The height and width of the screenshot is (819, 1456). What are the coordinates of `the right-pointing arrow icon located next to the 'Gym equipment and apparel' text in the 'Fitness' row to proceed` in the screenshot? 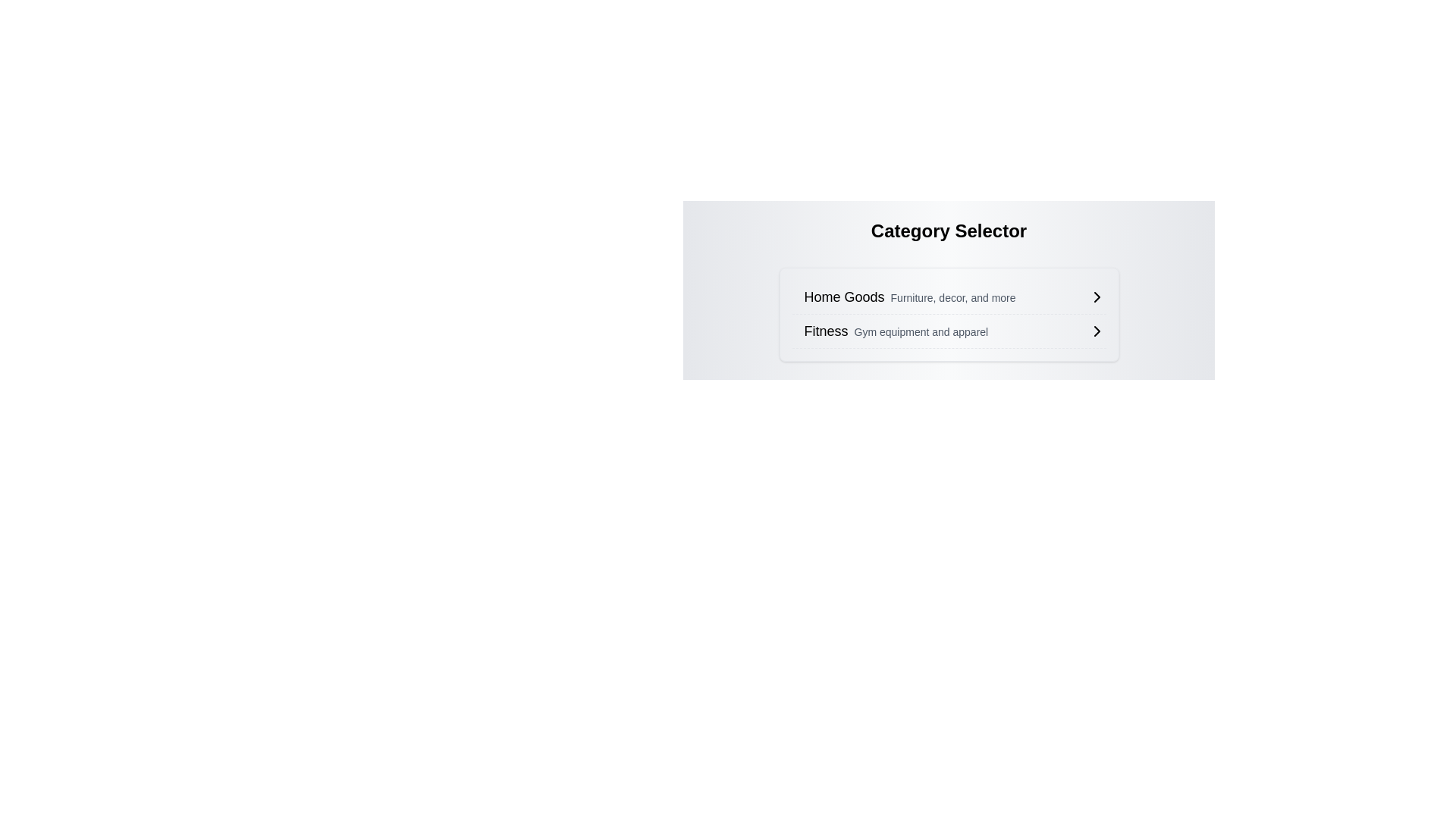 It's located at (1097, 330).